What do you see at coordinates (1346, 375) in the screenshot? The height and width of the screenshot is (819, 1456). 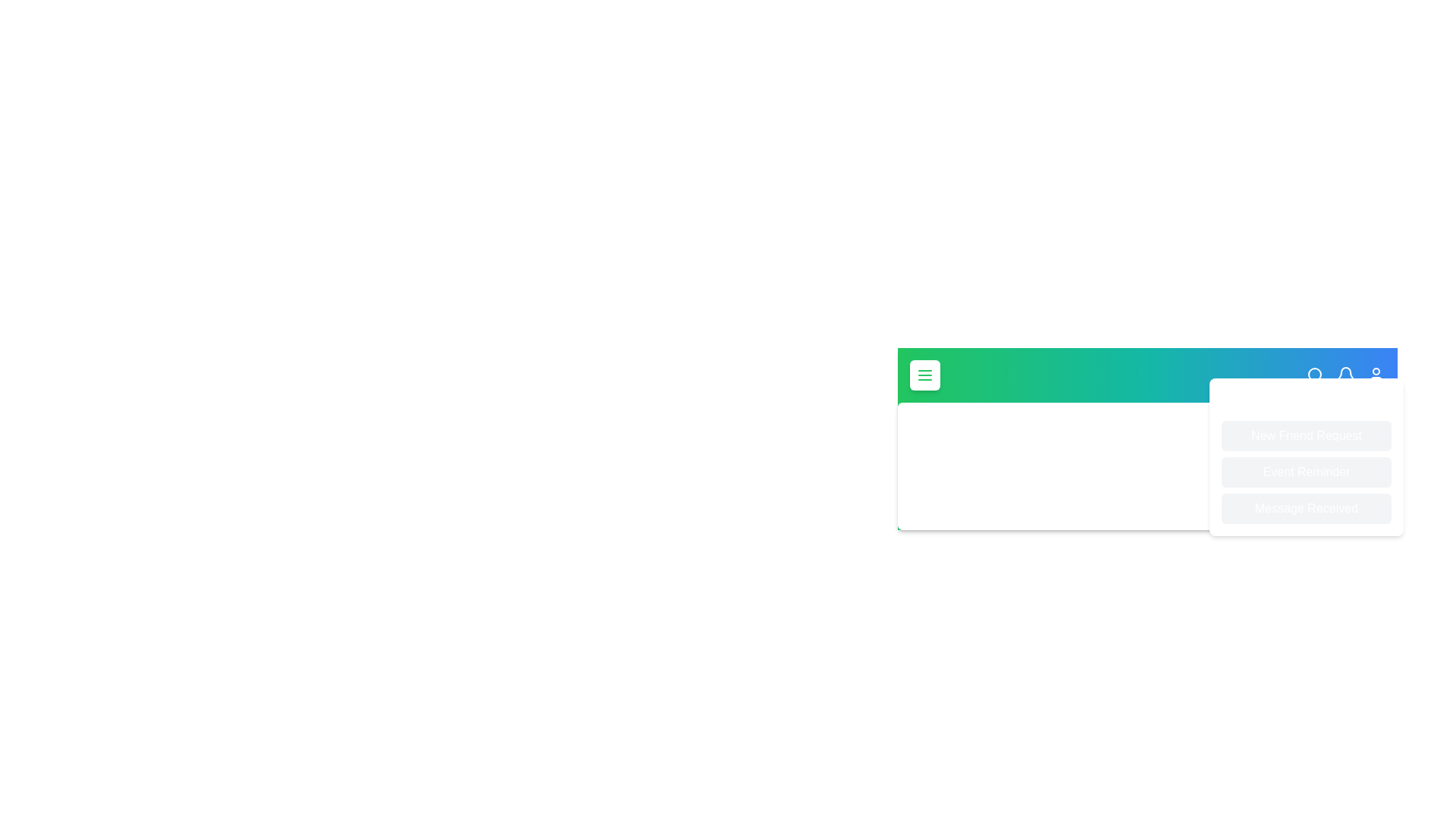 I see `the bell icon to toggle the notifications panel` at bounding box center [1346, 375].